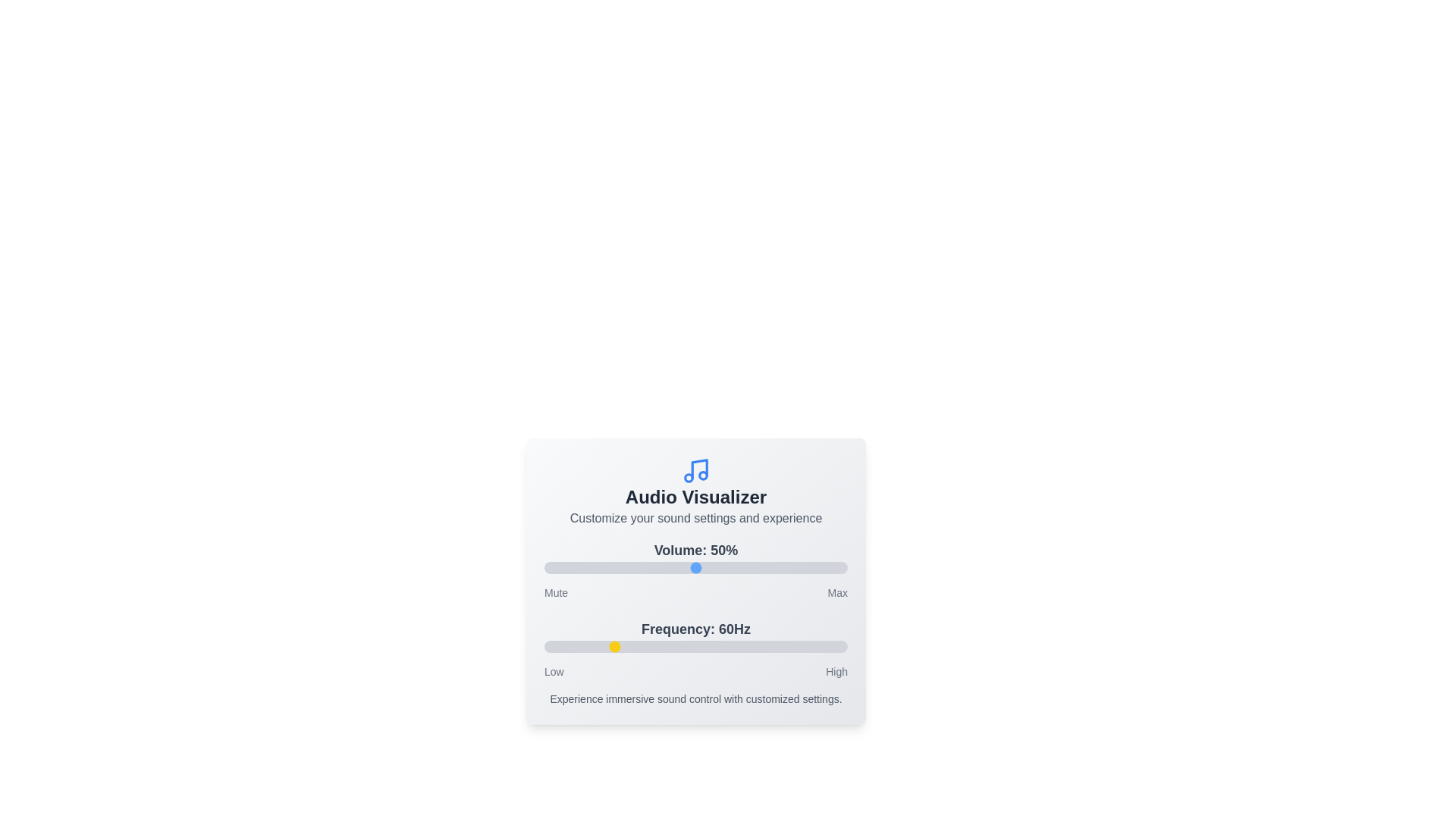 The height and width of the screenshot is (819, 1456). I want to click on the frequency slider to 63 Hz, so click(617, 646).